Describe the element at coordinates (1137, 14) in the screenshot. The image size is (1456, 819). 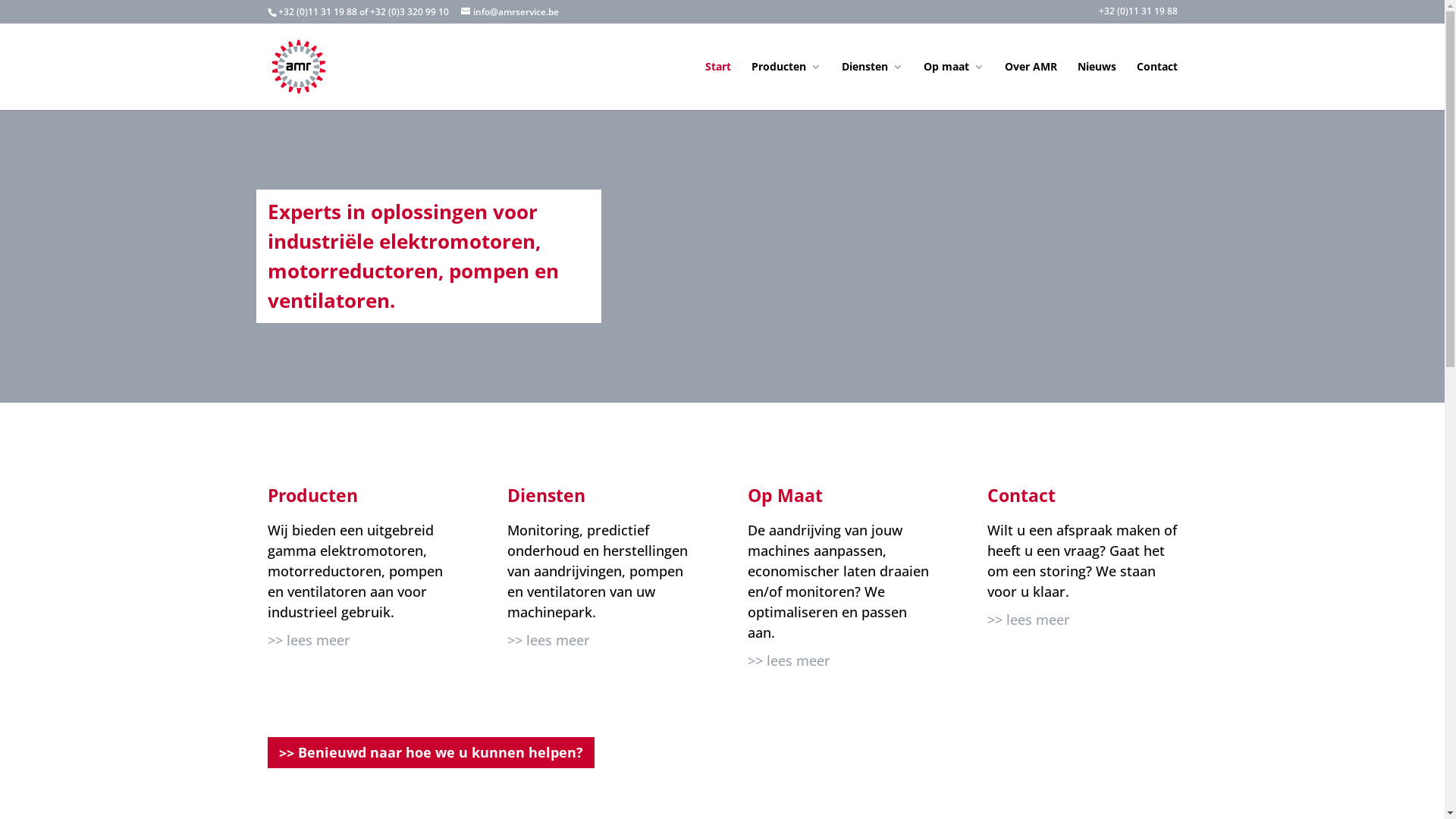
I see `'+32 (0)11 31 19 88'` at that location.